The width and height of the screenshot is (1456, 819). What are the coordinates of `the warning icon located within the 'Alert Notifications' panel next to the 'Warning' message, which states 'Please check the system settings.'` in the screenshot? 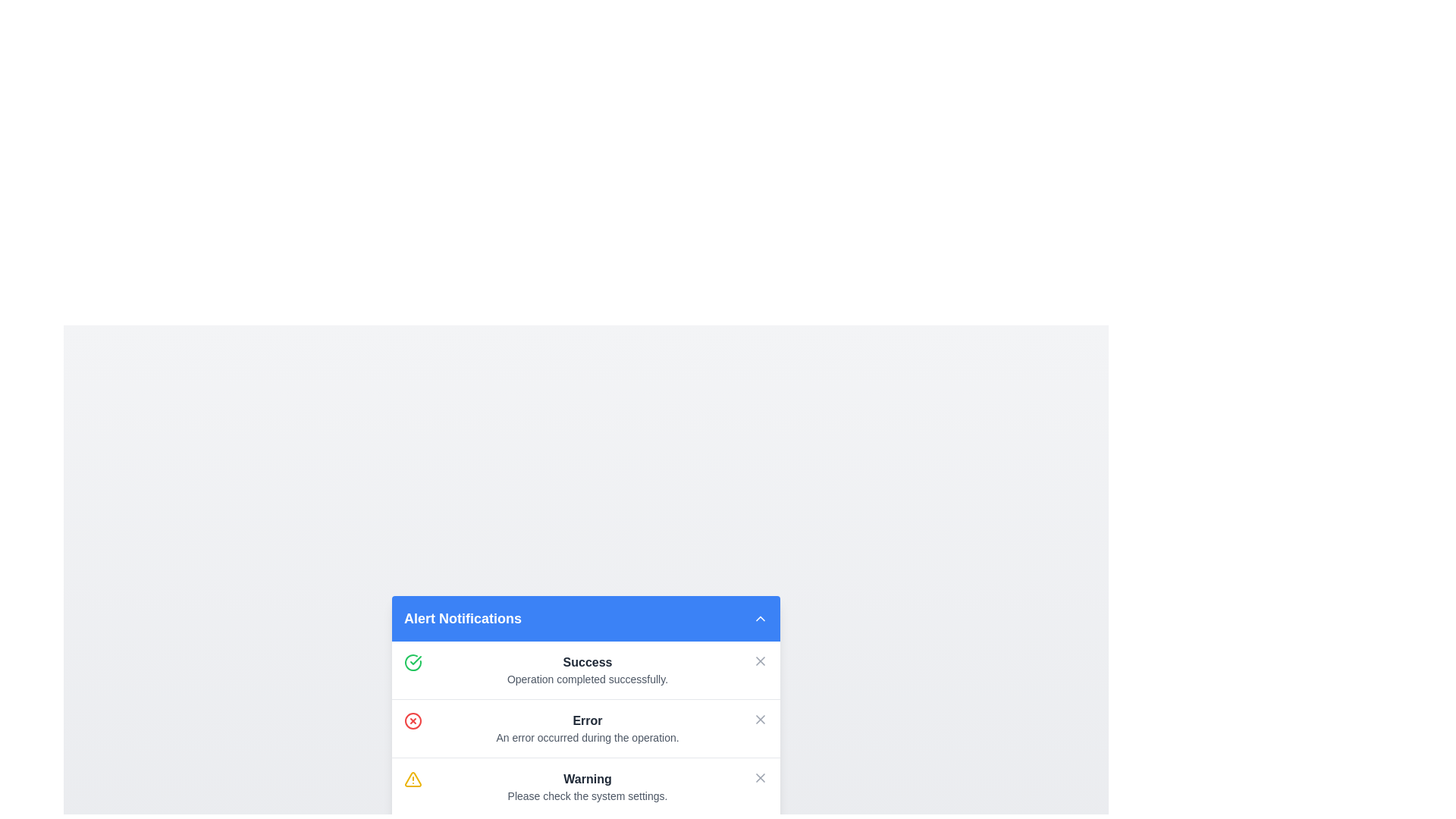 It's located at (413, 779).